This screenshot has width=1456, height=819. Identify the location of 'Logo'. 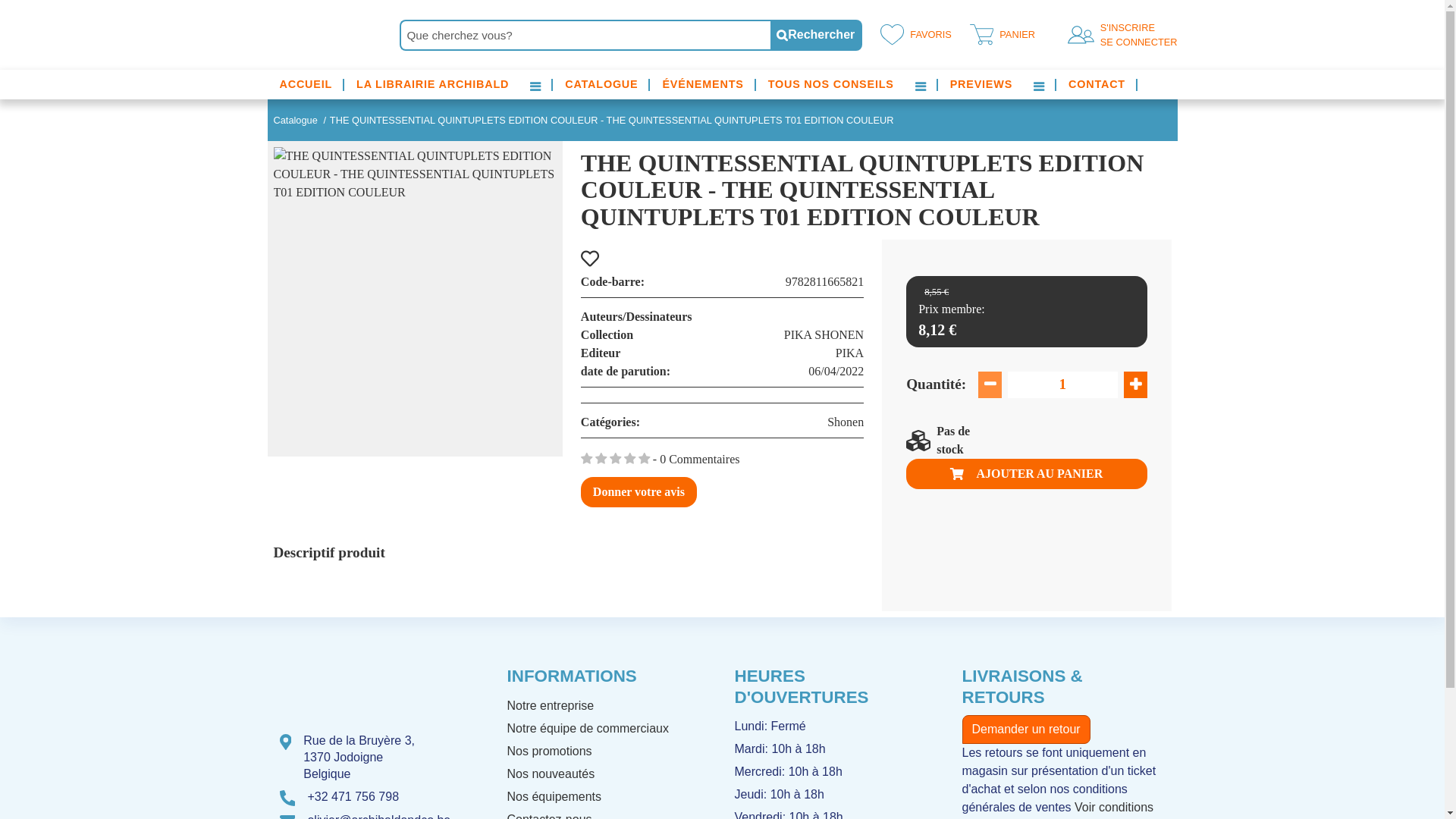
(266, 34).